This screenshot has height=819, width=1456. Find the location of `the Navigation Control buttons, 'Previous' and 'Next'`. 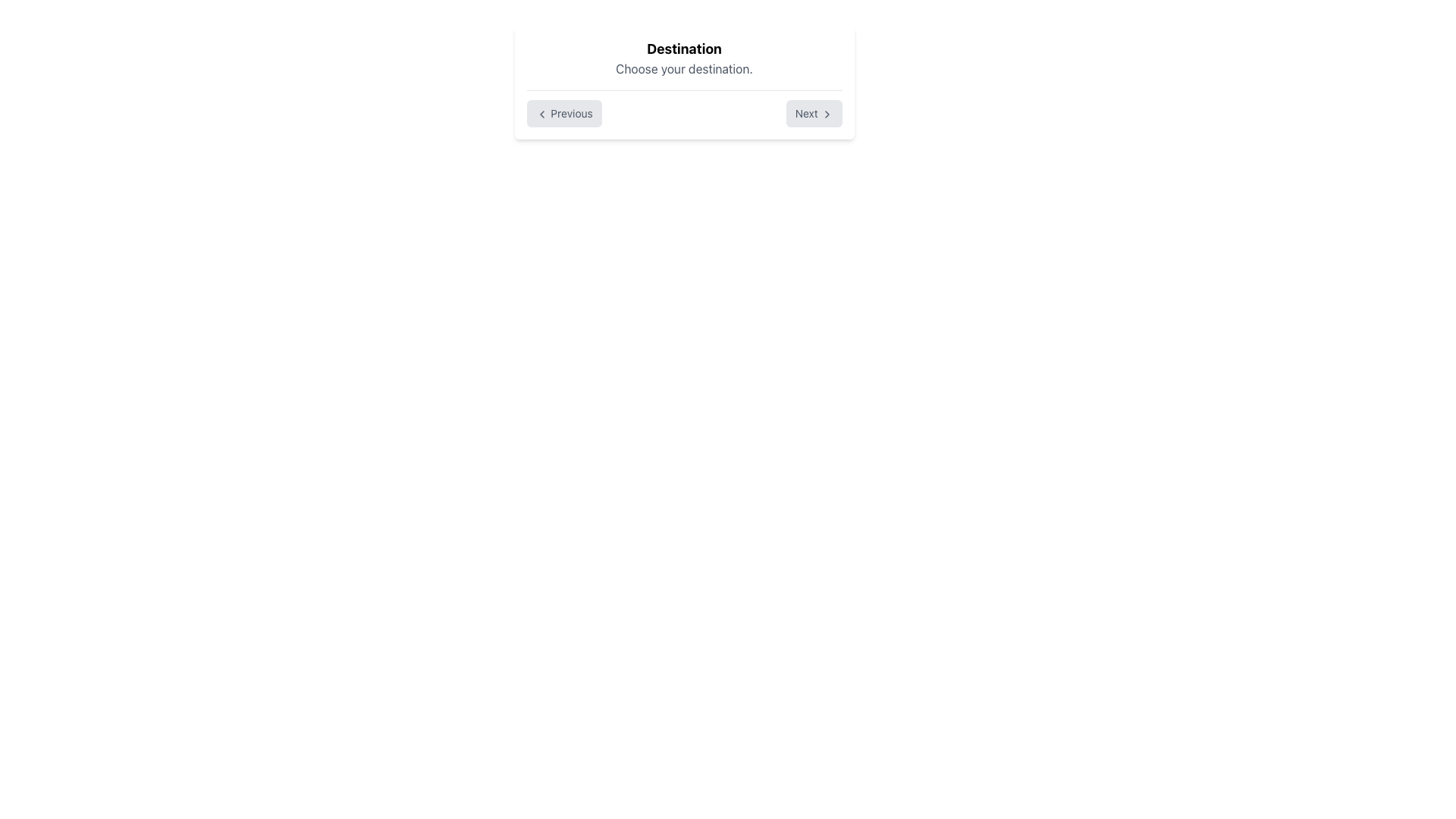

the Navigation Control buttons, 'Previous' and 'Next' is located at coordinates (683, 113).